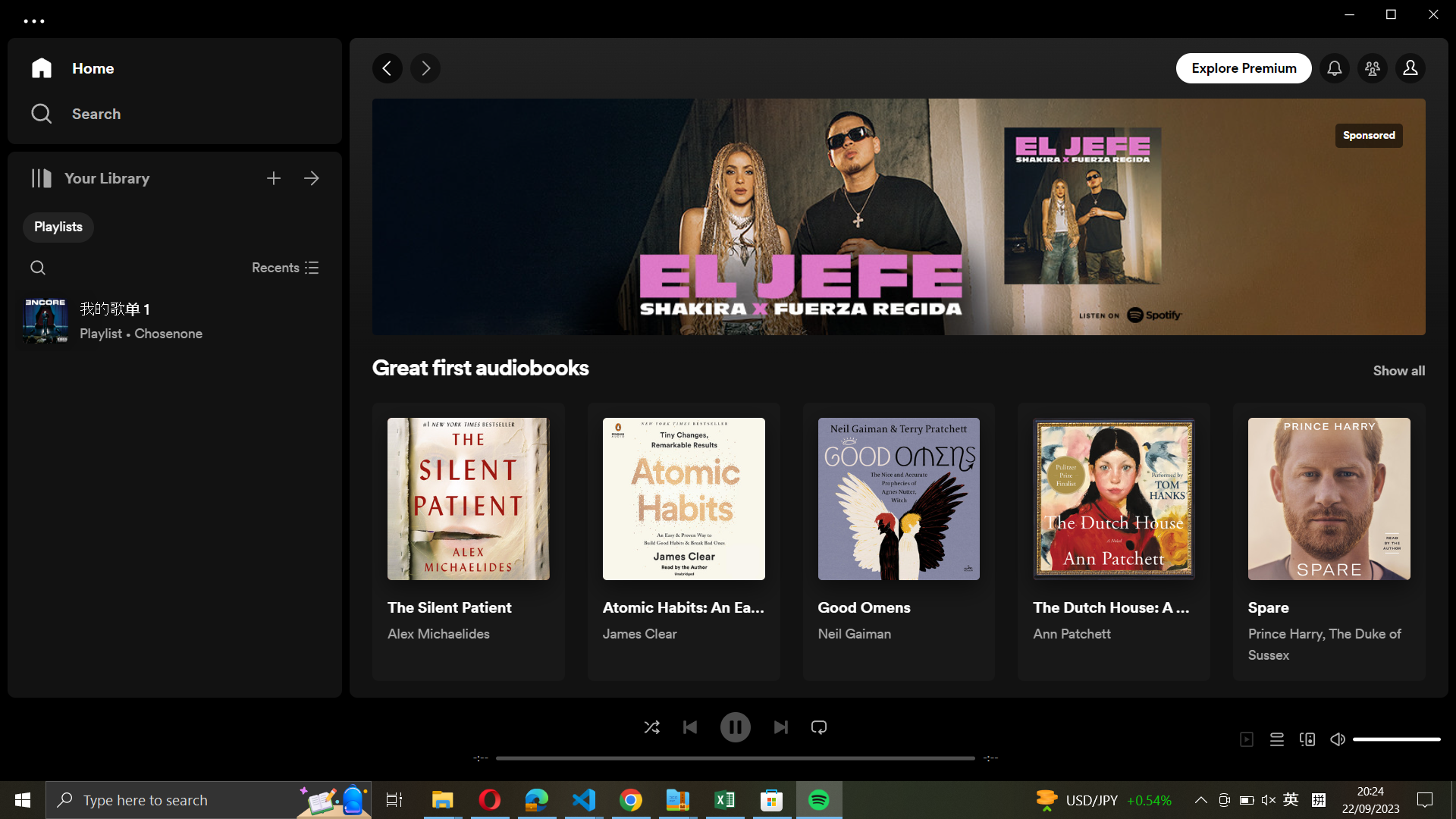 This screenshot has width=1456, height=819. I want to click on Incorporate the audioversion of "Silent Patient" into your digital book collection, so click(467, 541).